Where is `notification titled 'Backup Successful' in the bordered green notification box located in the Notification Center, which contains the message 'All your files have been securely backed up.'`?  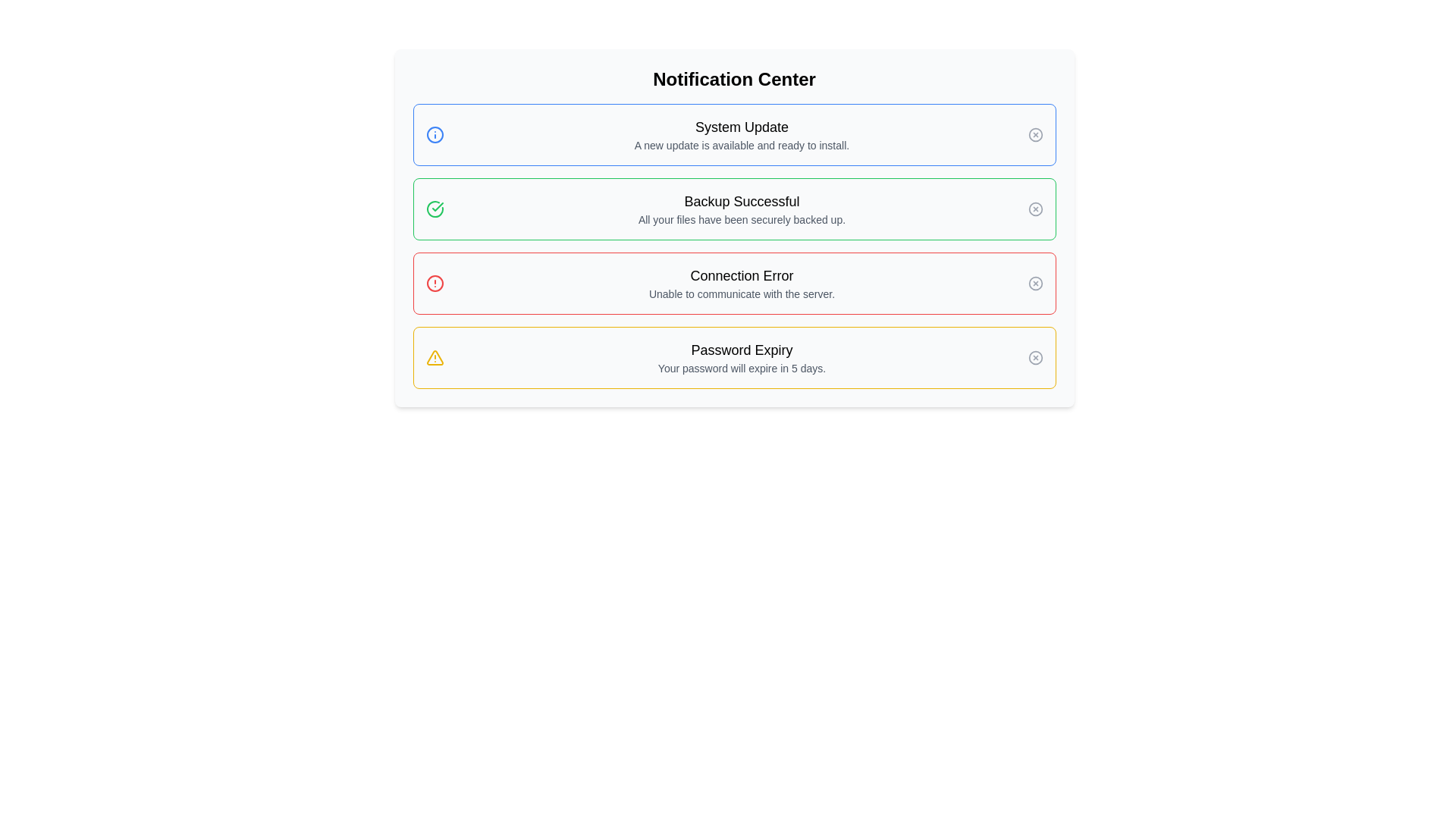
notification titled 'Backup Successful' in the bordered green notification box located in the Notification Center, which contains the message 'All your files have been securely backed up.' is located at coordinates (734, 227).